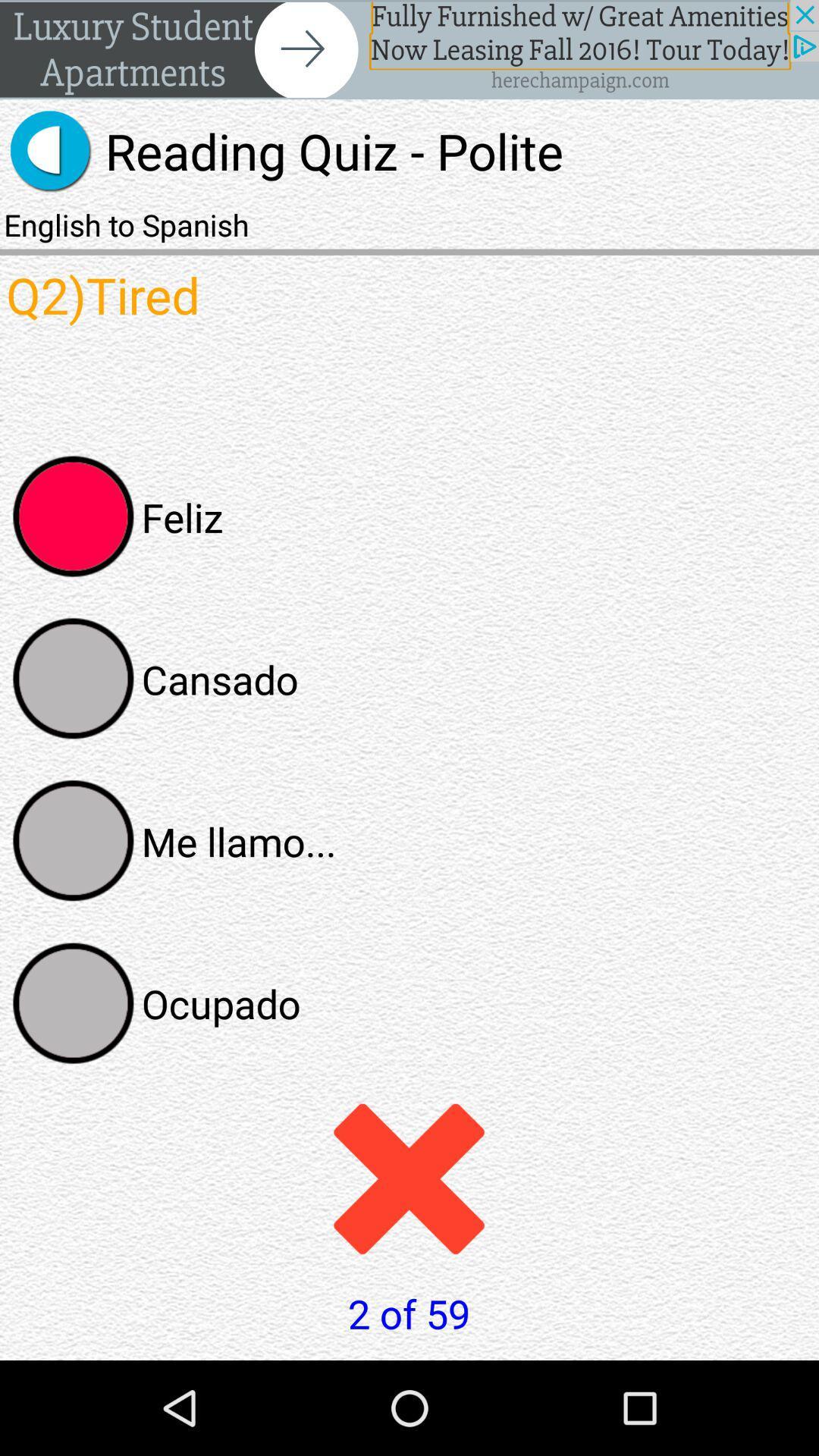 The image size is (819, 1456). What do you see at coordinates (74, 840) in the screenshot?
I see `this answer` at bounding box center [74, 840].